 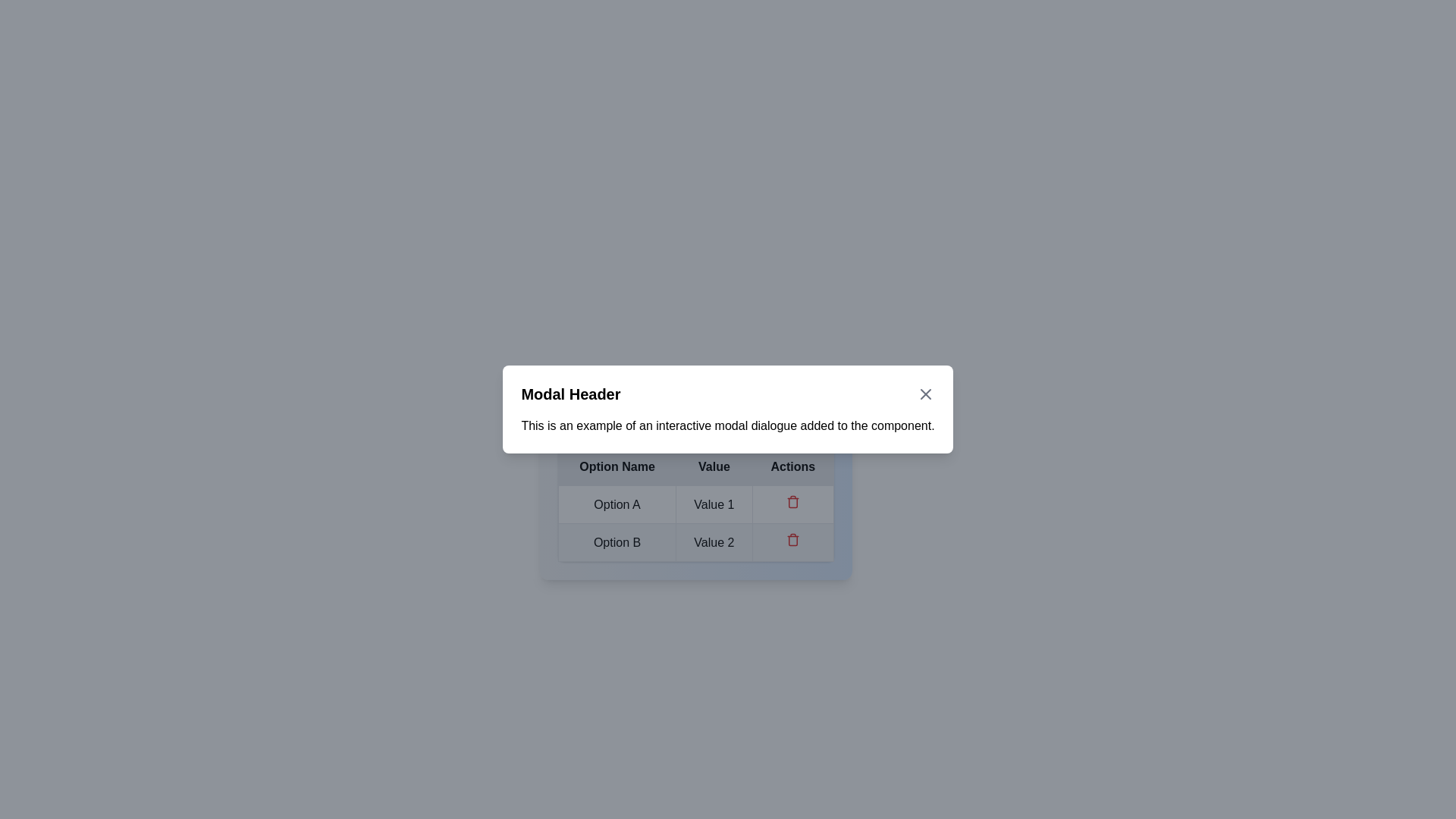 I want to click on the static text label displaying 'Value 2', located in the second row of the table under the 'Value' column, aligned with 'Option B', so click(x=713, y=541).